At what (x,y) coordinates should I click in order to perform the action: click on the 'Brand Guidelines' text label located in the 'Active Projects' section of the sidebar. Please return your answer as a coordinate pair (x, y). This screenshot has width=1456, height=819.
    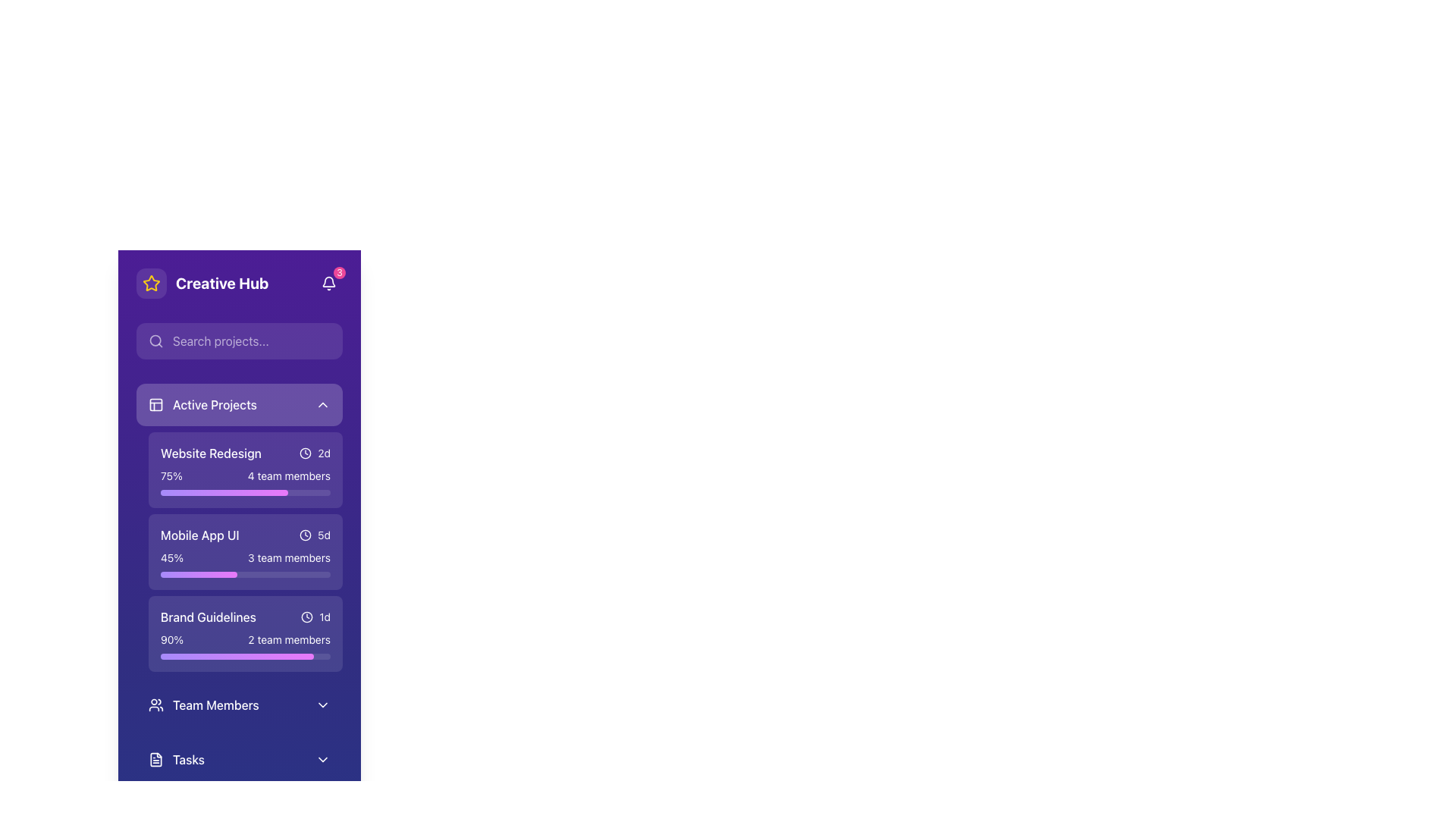
    Looking at the image, I should click on (207, 617).